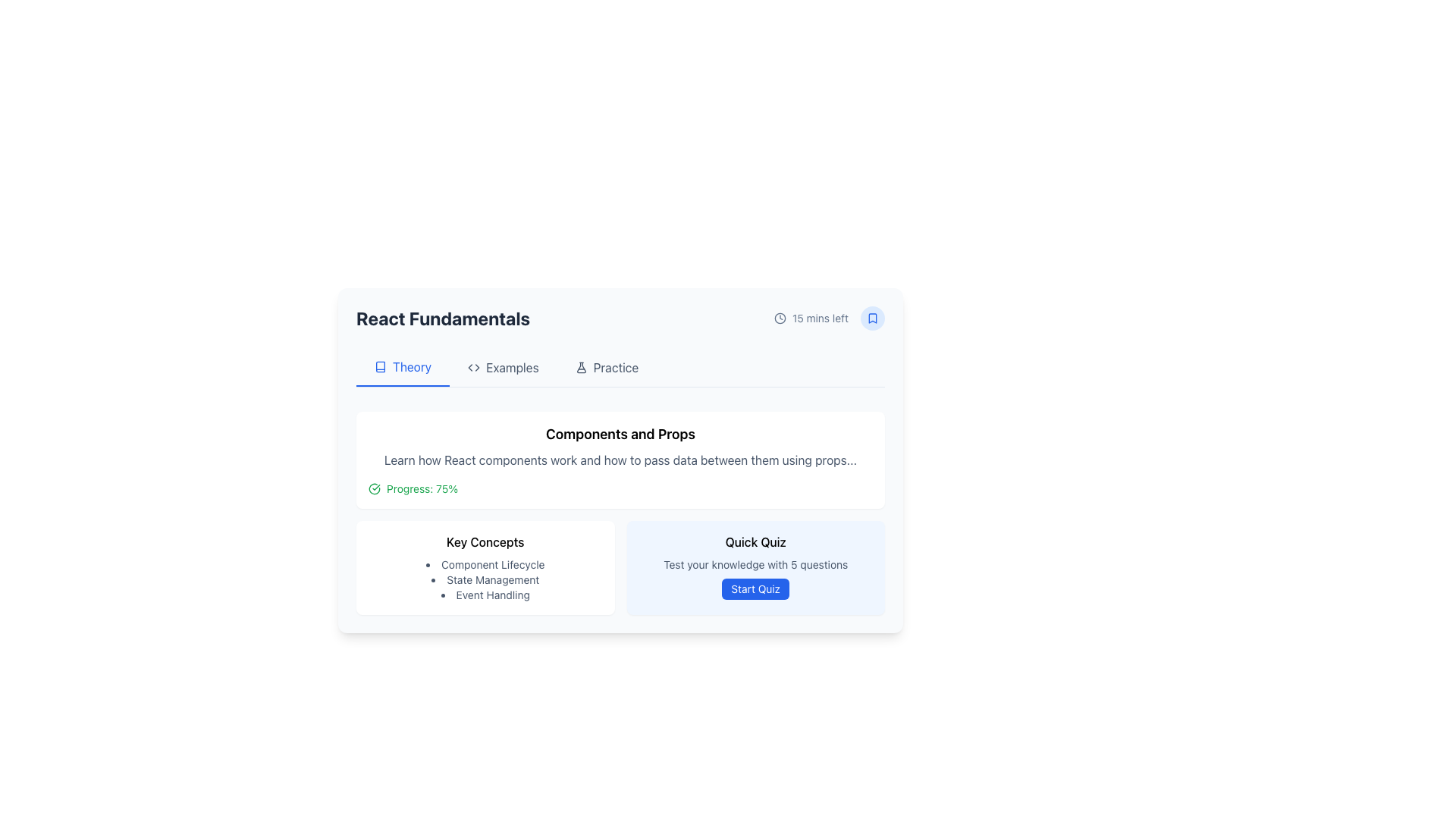  What do you see at coordinates (620, 459) in the screenshot?
I see `information presented on the first informational card in the 'React Fundamentals' section, which summarizes React components and props and shows a progress completion of 75%` at bounding box center [620, 459].